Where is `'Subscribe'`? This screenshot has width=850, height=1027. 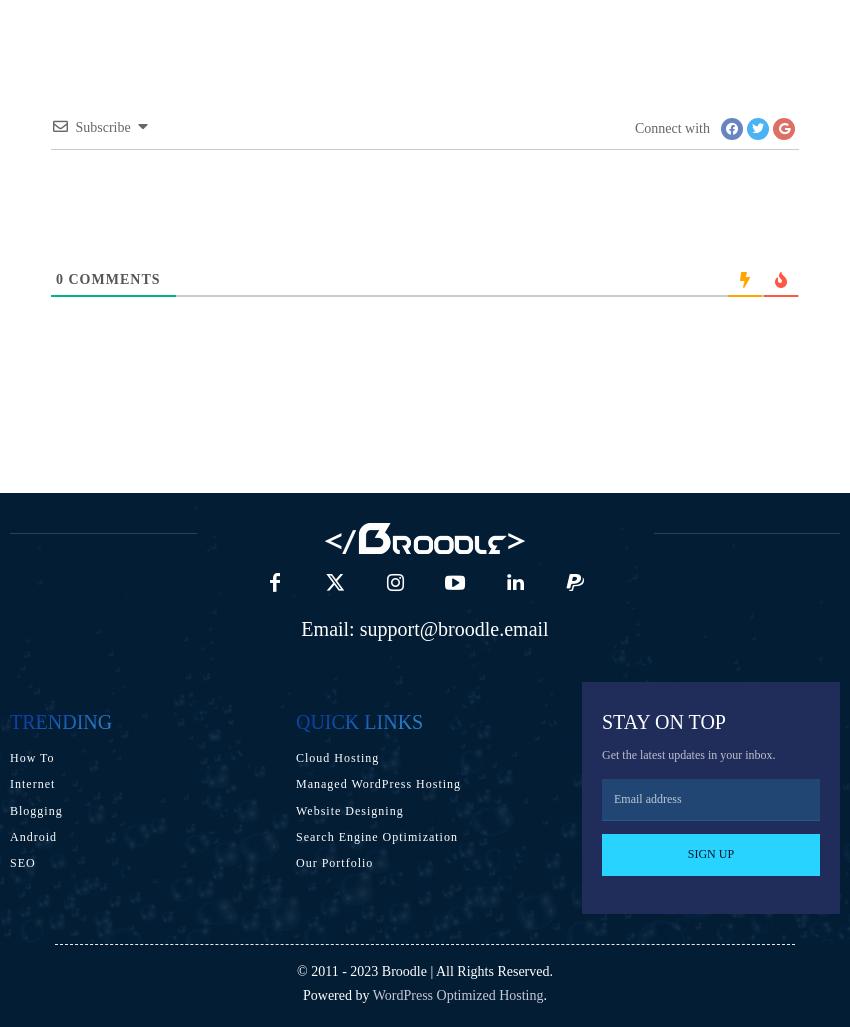
'Subscribe' is located at coordinates (101, 126).